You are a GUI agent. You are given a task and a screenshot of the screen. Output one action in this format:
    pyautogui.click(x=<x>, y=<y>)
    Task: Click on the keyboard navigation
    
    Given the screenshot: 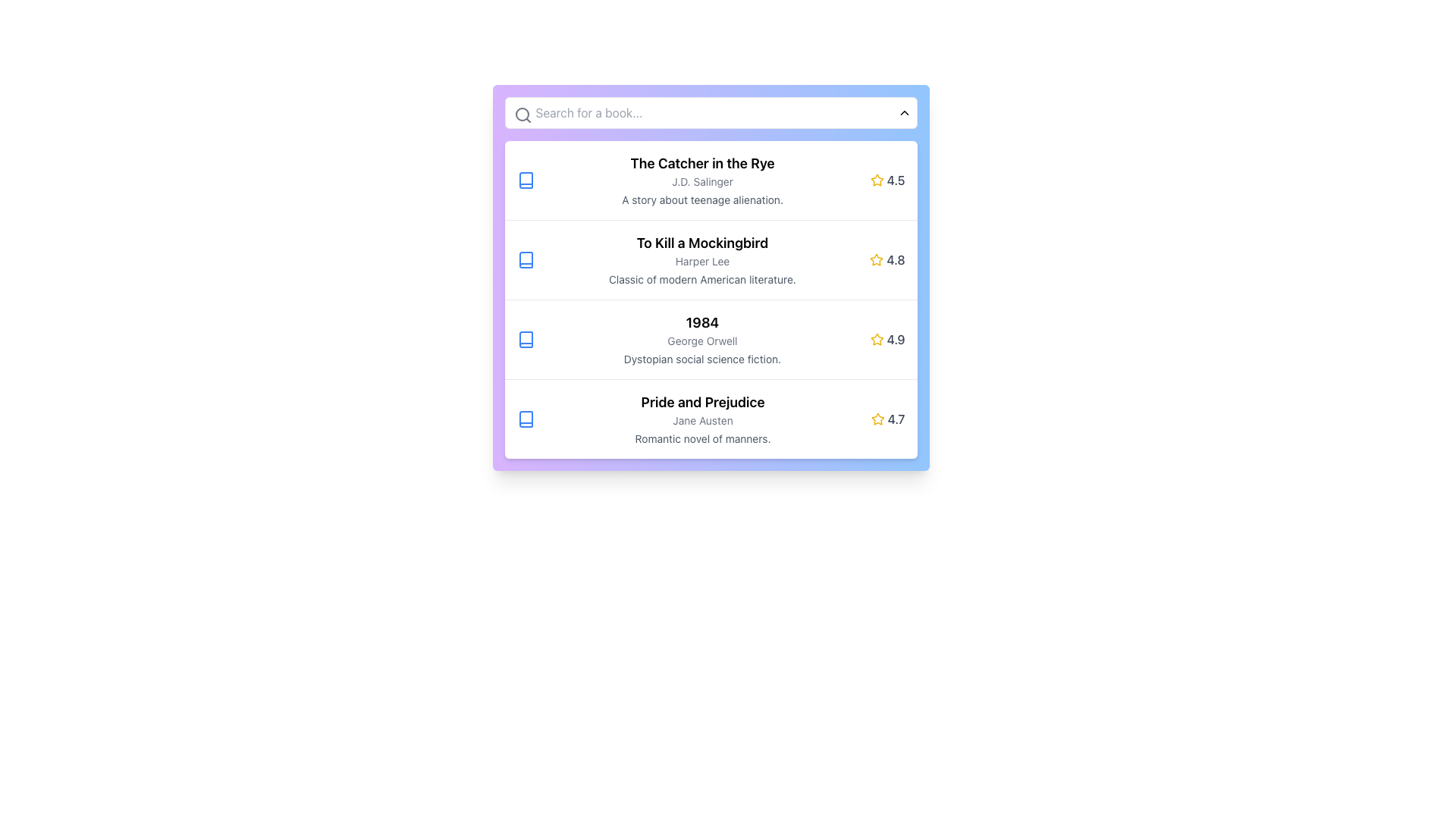 What is the action you would take?
    pyautogui.click(x=526, y=419)
    